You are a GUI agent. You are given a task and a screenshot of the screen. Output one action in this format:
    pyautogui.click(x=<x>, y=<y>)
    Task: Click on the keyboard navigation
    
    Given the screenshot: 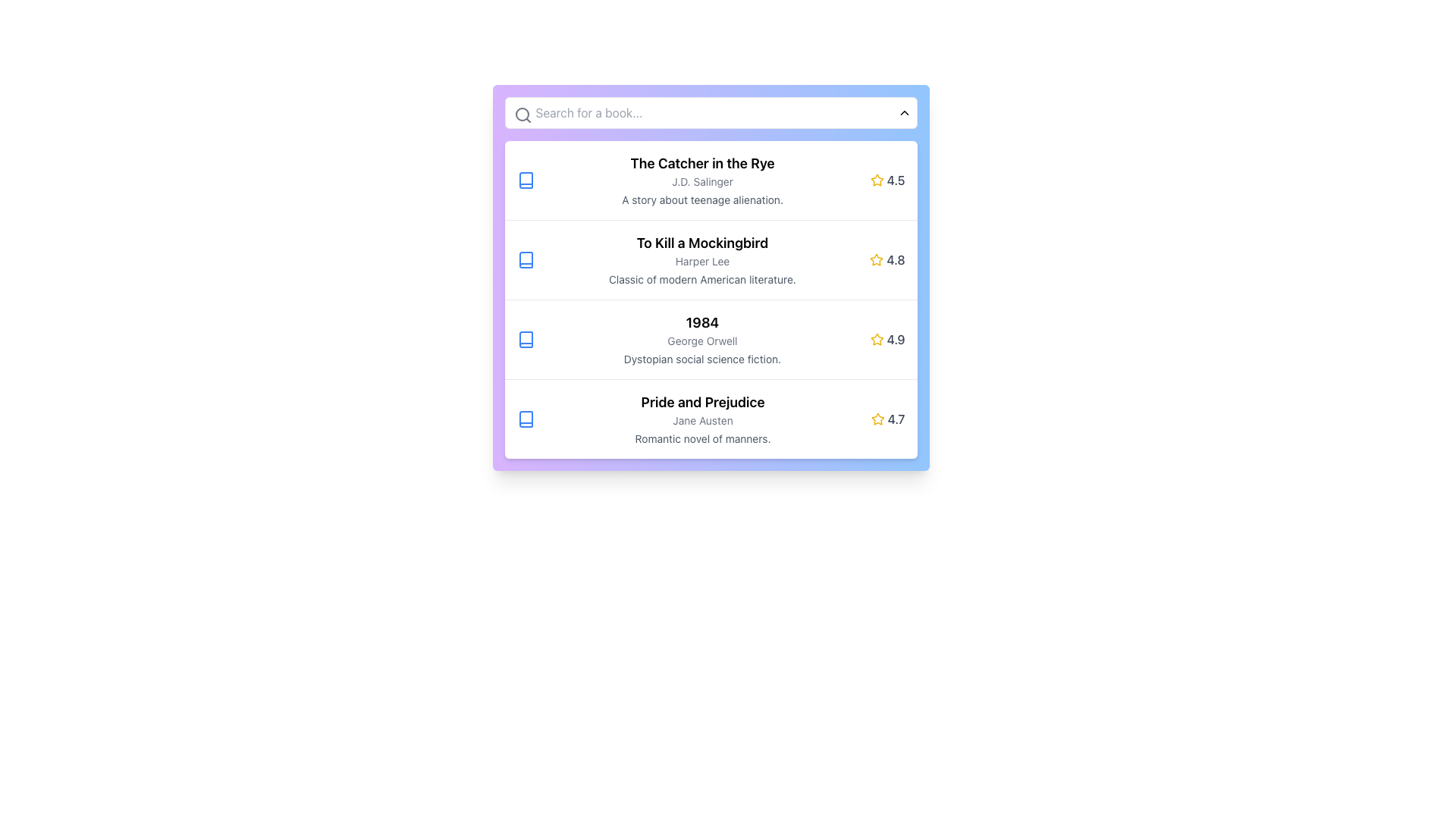 What is the action you would take?
    pyautogui.click(x=526, y=419)
    